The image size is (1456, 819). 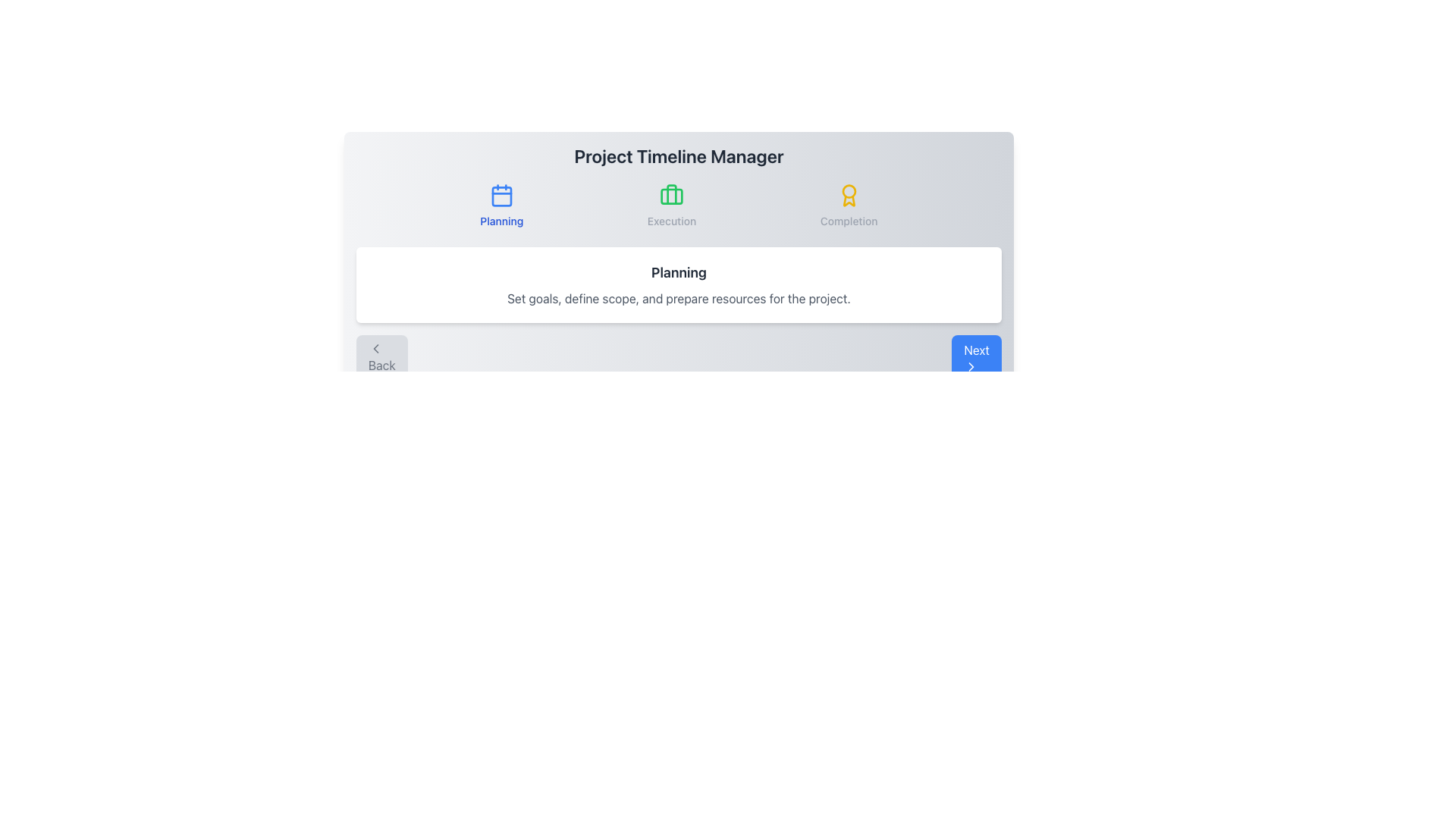 What do you see at coordinates (848, 195) in the screenshot?
I see `the yellow award icon SVG located at the top right of the 'Project Timeline Manager' header, directly above the 'Completion' text` at bounding box center [848, 195].